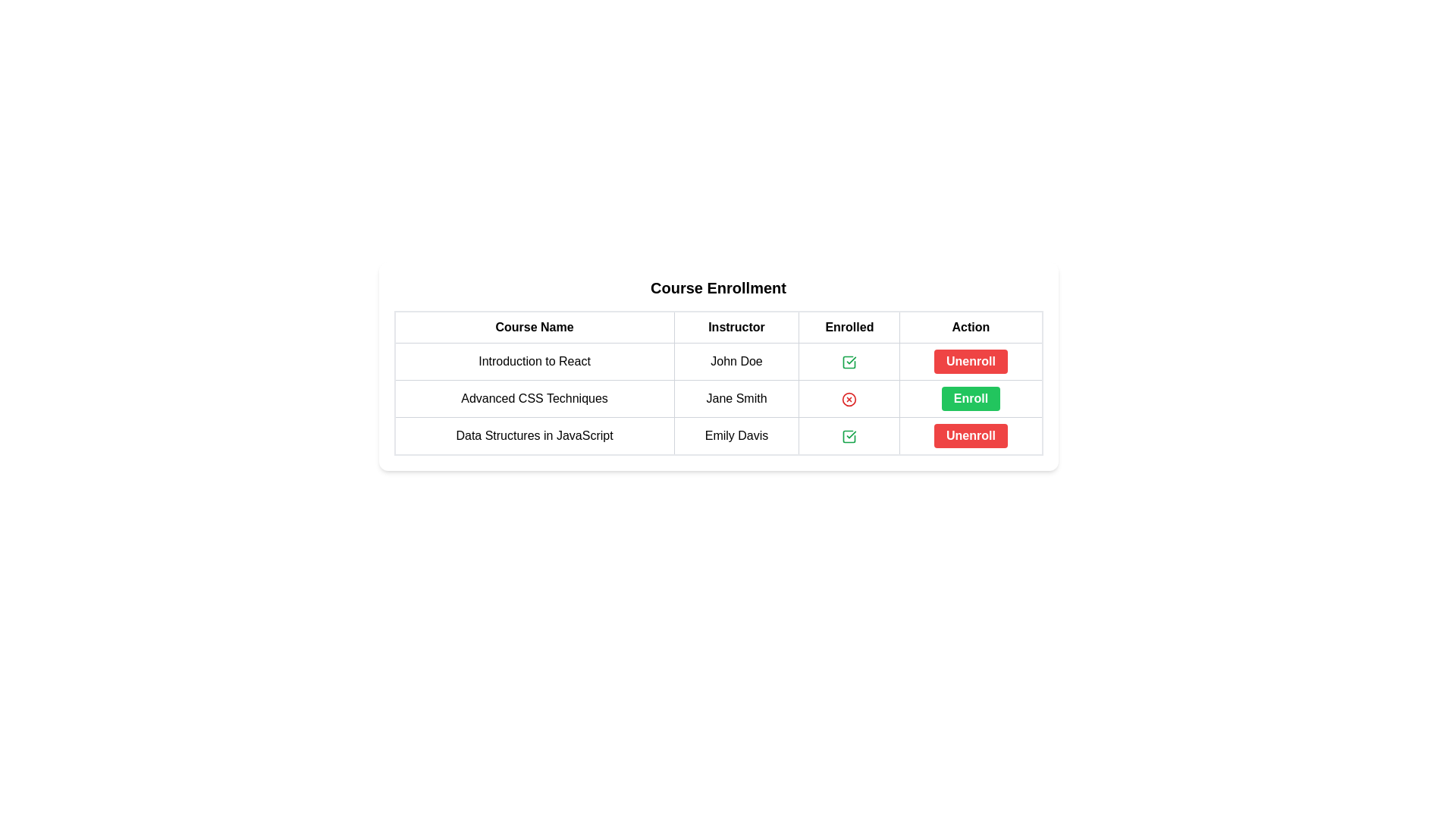 Image resolution: width=1456 pixels, height=819 pixels. I want to click on the enrollment status indicator for the 'Advanced CSS Techniques' course, located under the 'Enrolled' column between 'Jane Smith' and the 'Enroll' button, so click(849, 397).